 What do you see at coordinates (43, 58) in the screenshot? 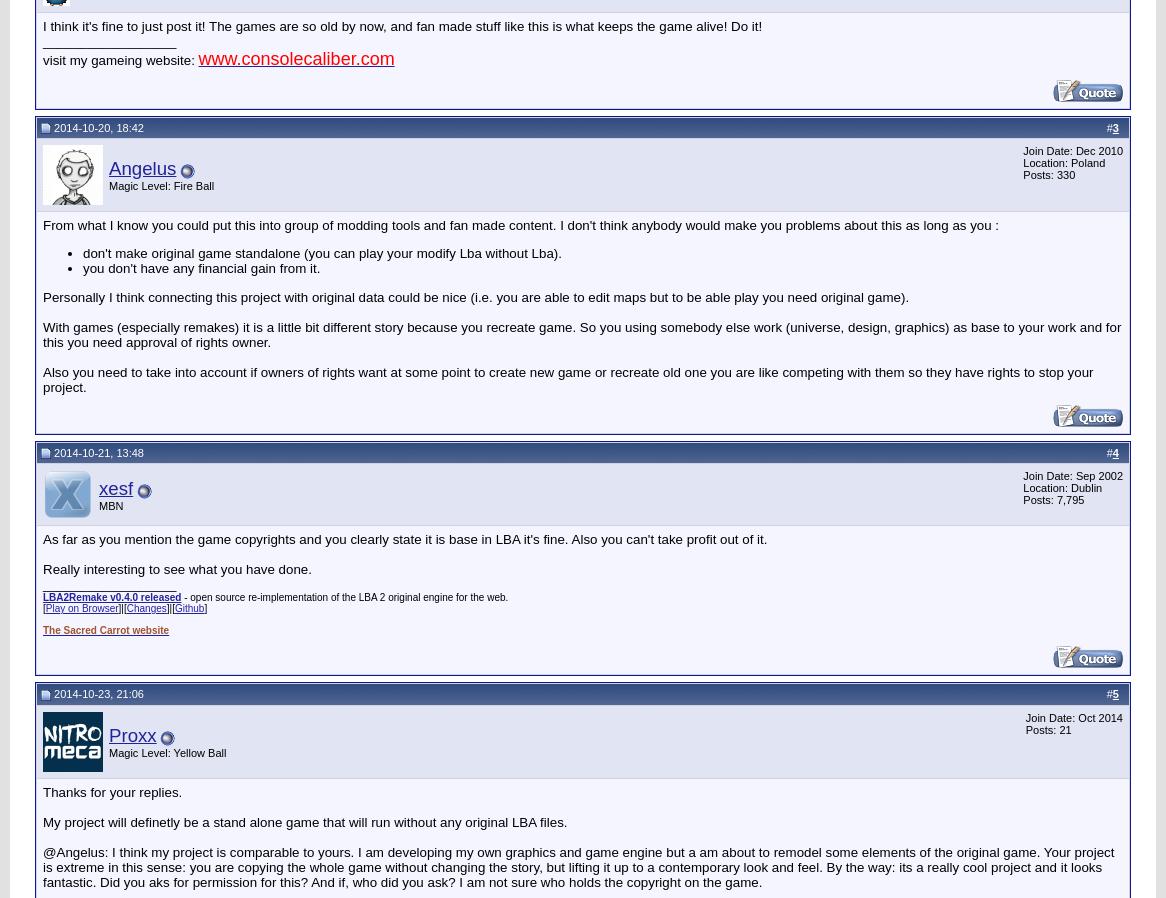
I see `'visit my gameing website:'` at bounding box center [43, 58].